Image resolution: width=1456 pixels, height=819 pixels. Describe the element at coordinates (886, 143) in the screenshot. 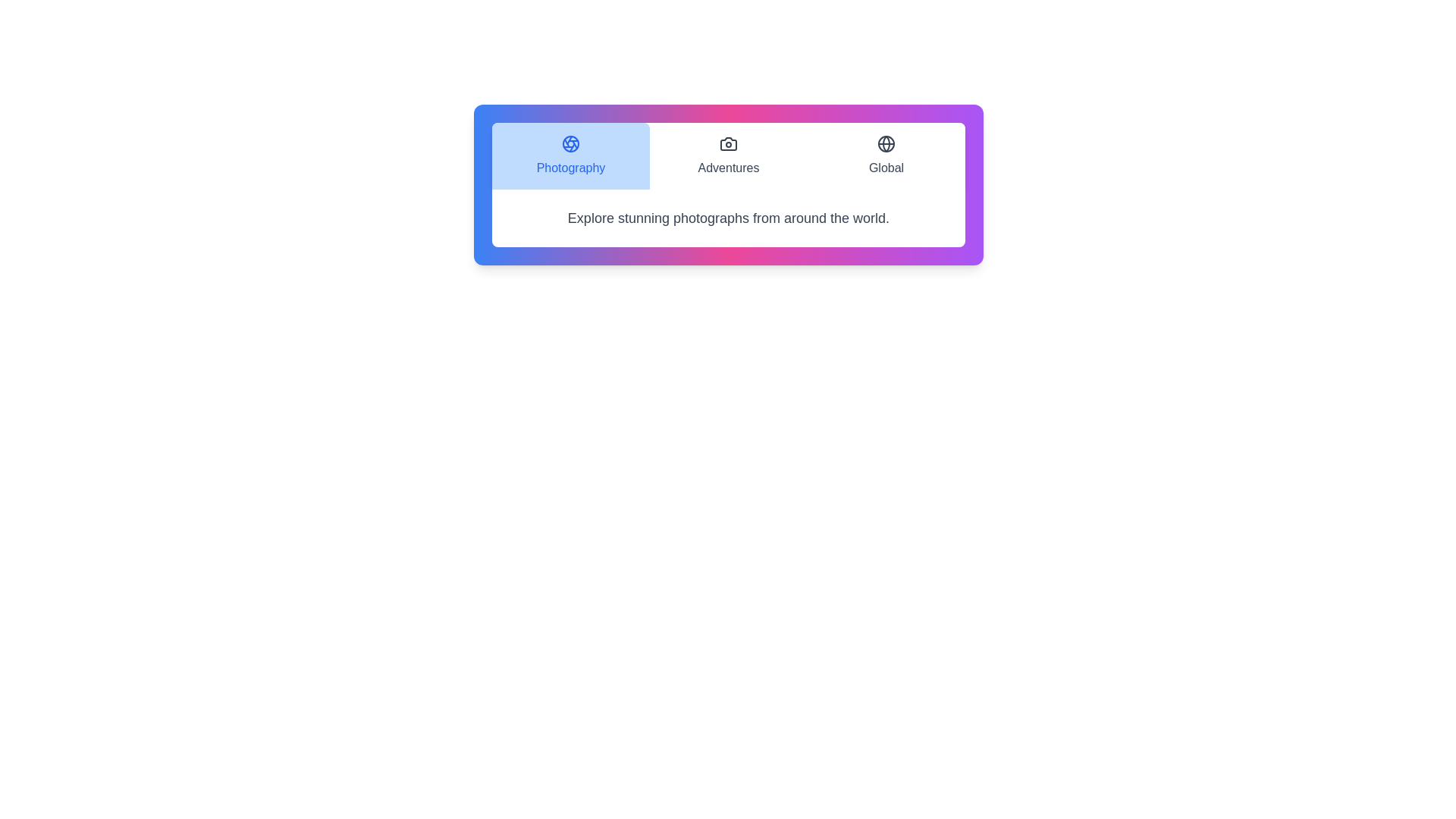

I see `circular SVG element resembling a globe symbol, which is the leftmost icon in a set of three aligned icons` at that location.